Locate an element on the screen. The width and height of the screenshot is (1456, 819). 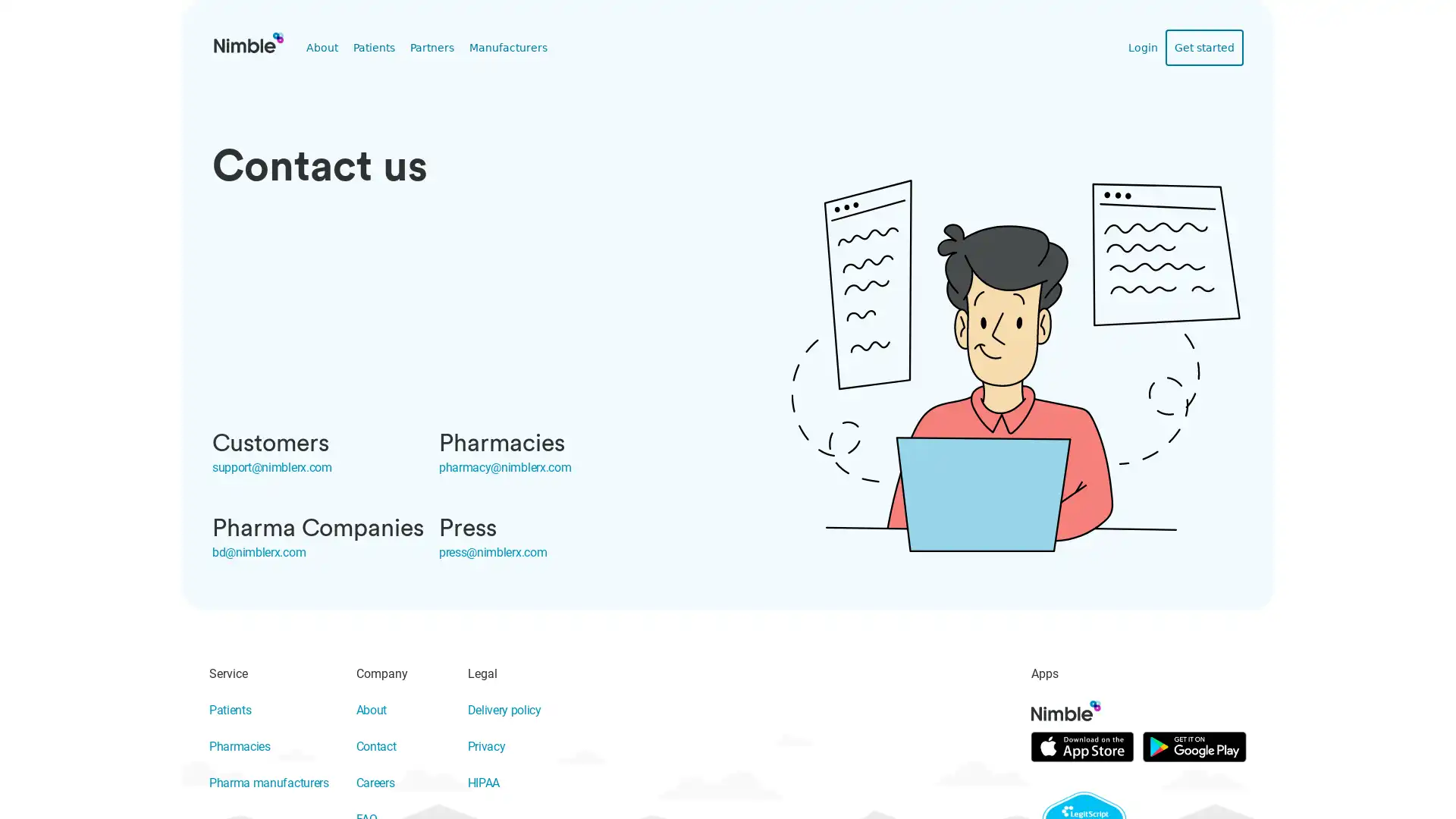
Partners is located at coordinates (425, 45).